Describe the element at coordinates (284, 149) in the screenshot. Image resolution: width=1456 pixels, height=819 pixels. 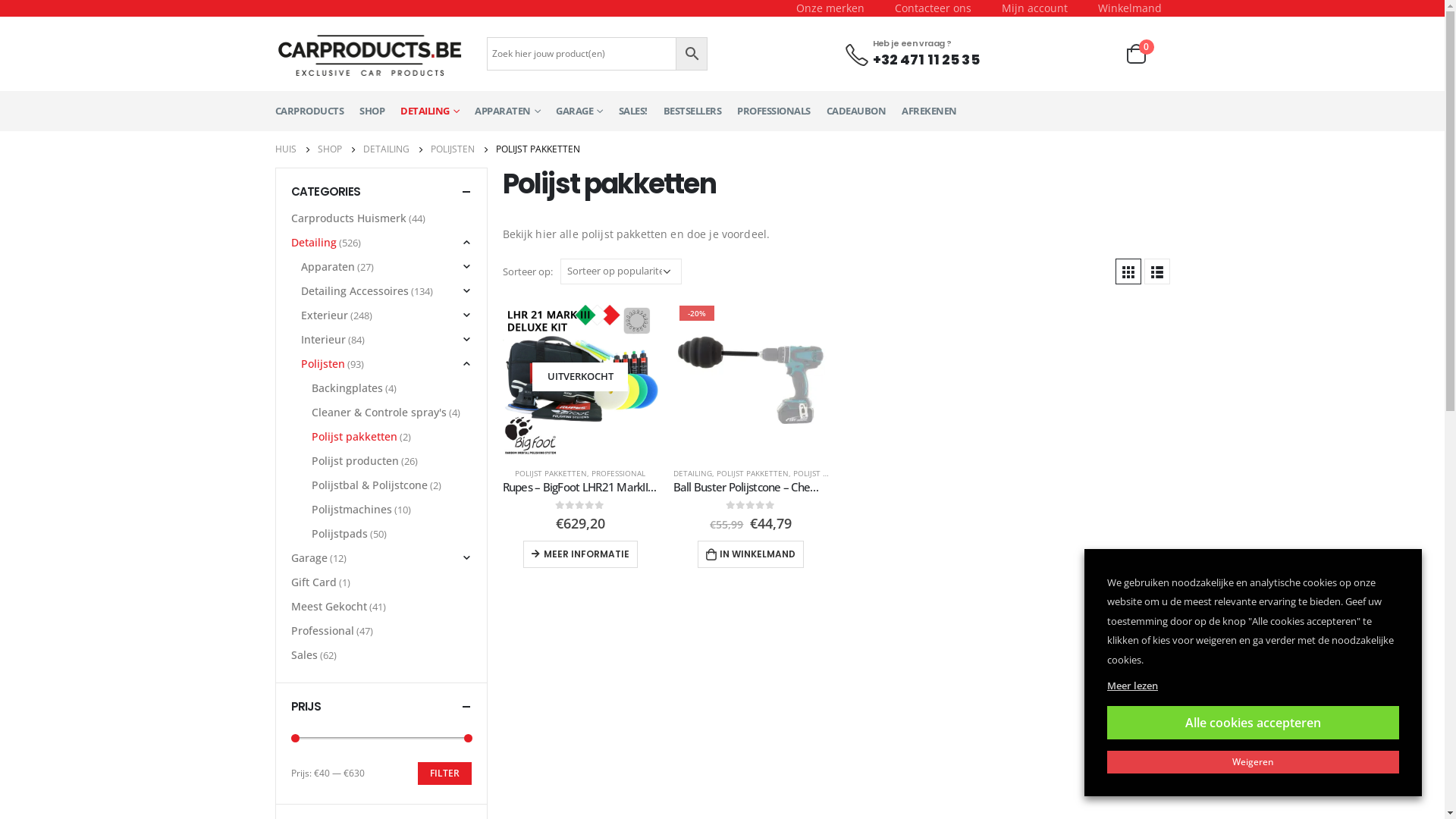
I see `'HUIS'` at that location.